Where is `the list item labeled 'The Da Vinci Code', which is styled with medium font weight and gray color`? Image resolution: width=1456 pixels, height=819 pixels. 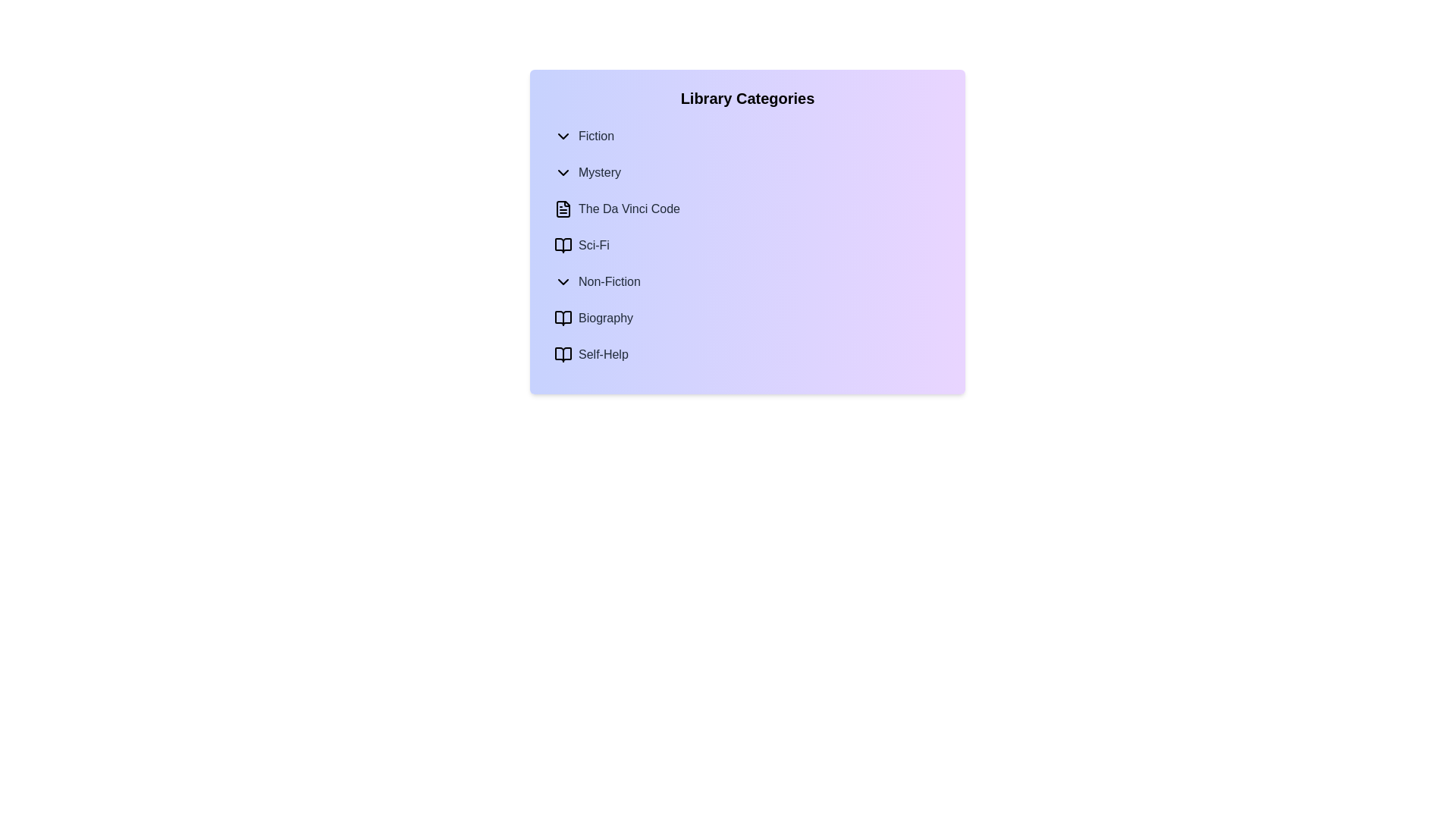 the list item labeled 'The Da Vinci Code', which is styled with medium font weight and gray color is located at coordinates (747, 209).